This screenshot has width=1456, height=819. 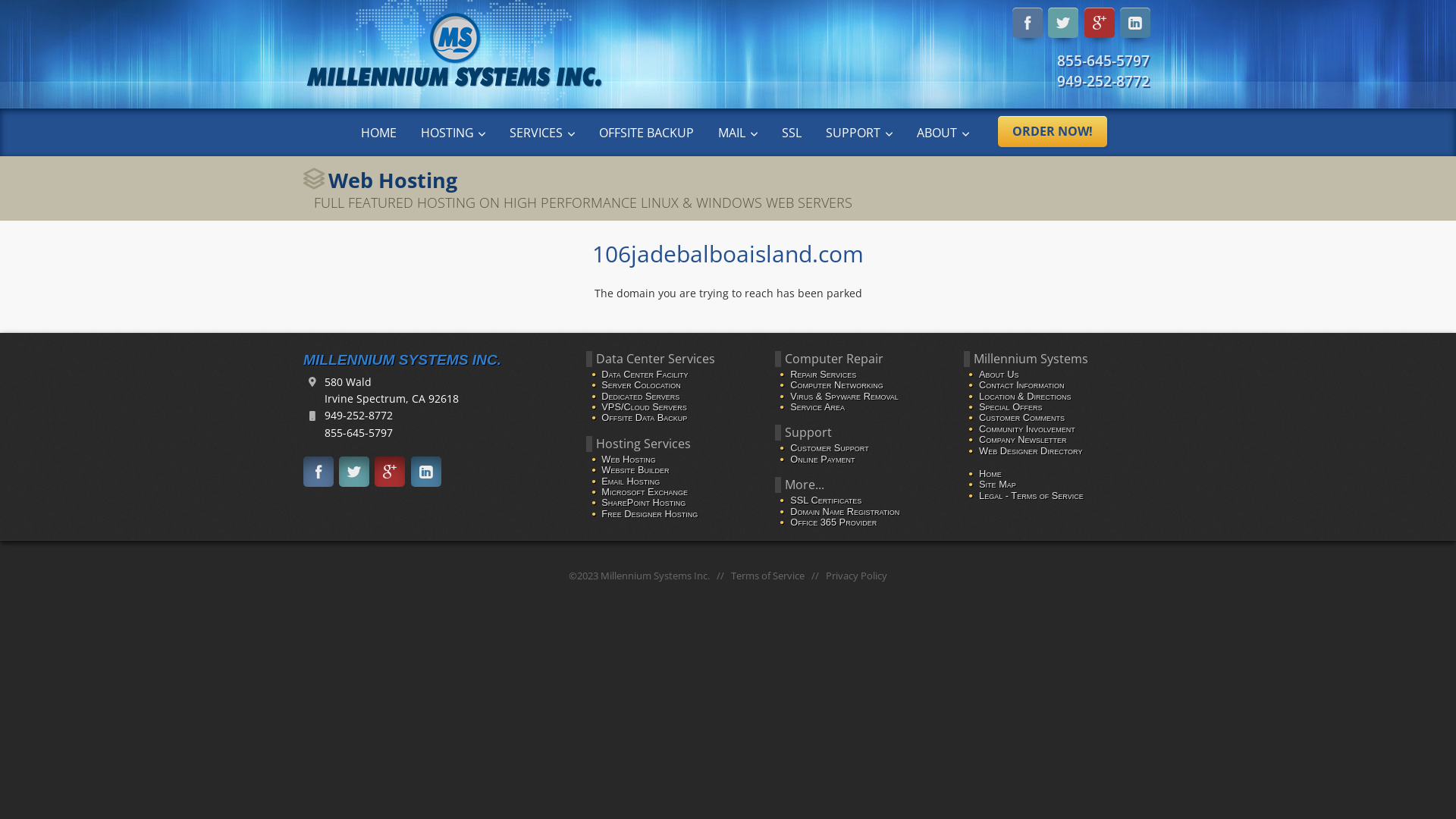 What do you see at coordinates (825, 500) in the screenshot?
I see `'SSL Certificates'` at bounding box center [825, 500].